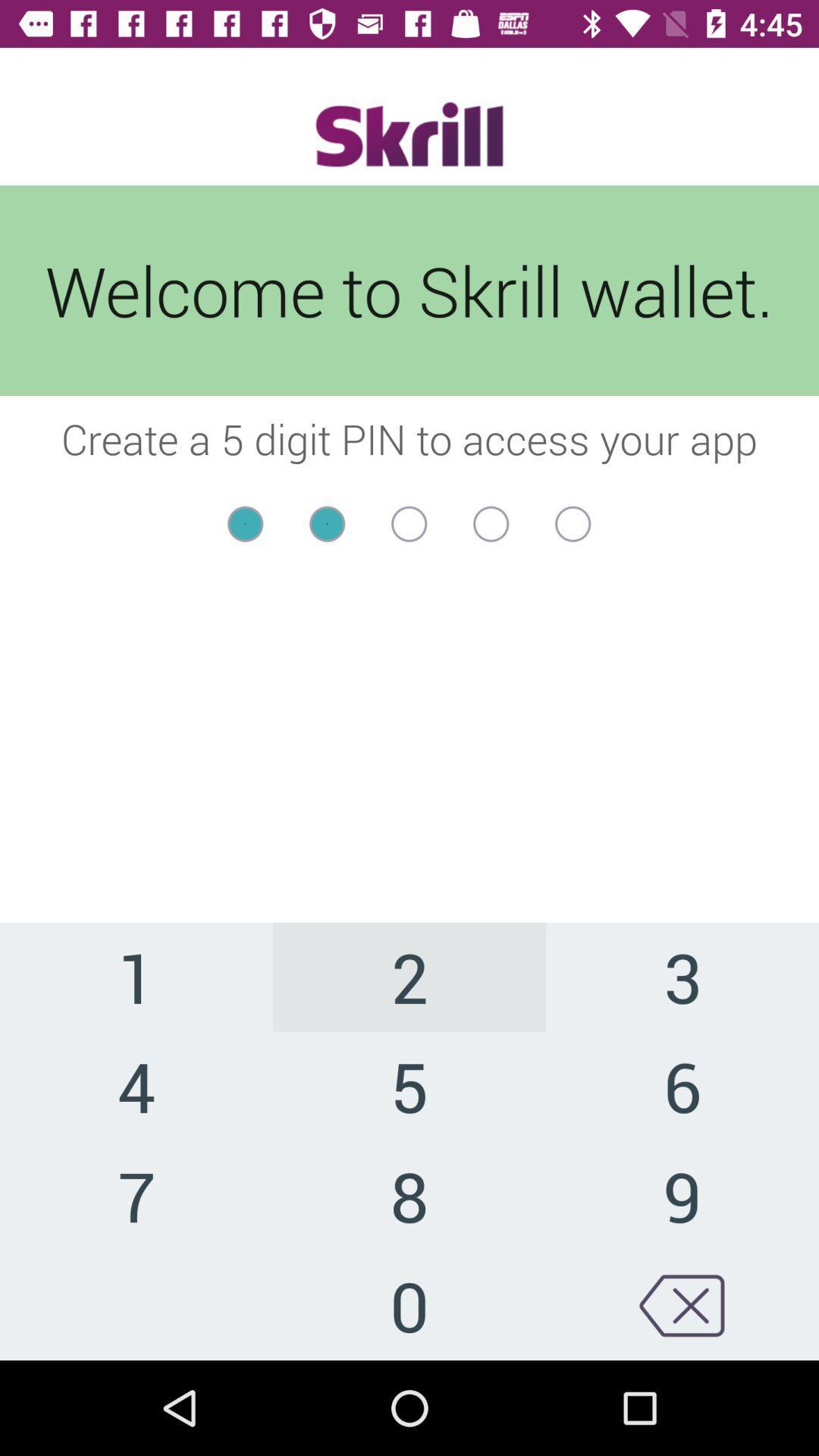  What do you see at coordinates (681, 1085) in the screenshot?
I see `item below the 2 item` at bounding box center [681, 1085].